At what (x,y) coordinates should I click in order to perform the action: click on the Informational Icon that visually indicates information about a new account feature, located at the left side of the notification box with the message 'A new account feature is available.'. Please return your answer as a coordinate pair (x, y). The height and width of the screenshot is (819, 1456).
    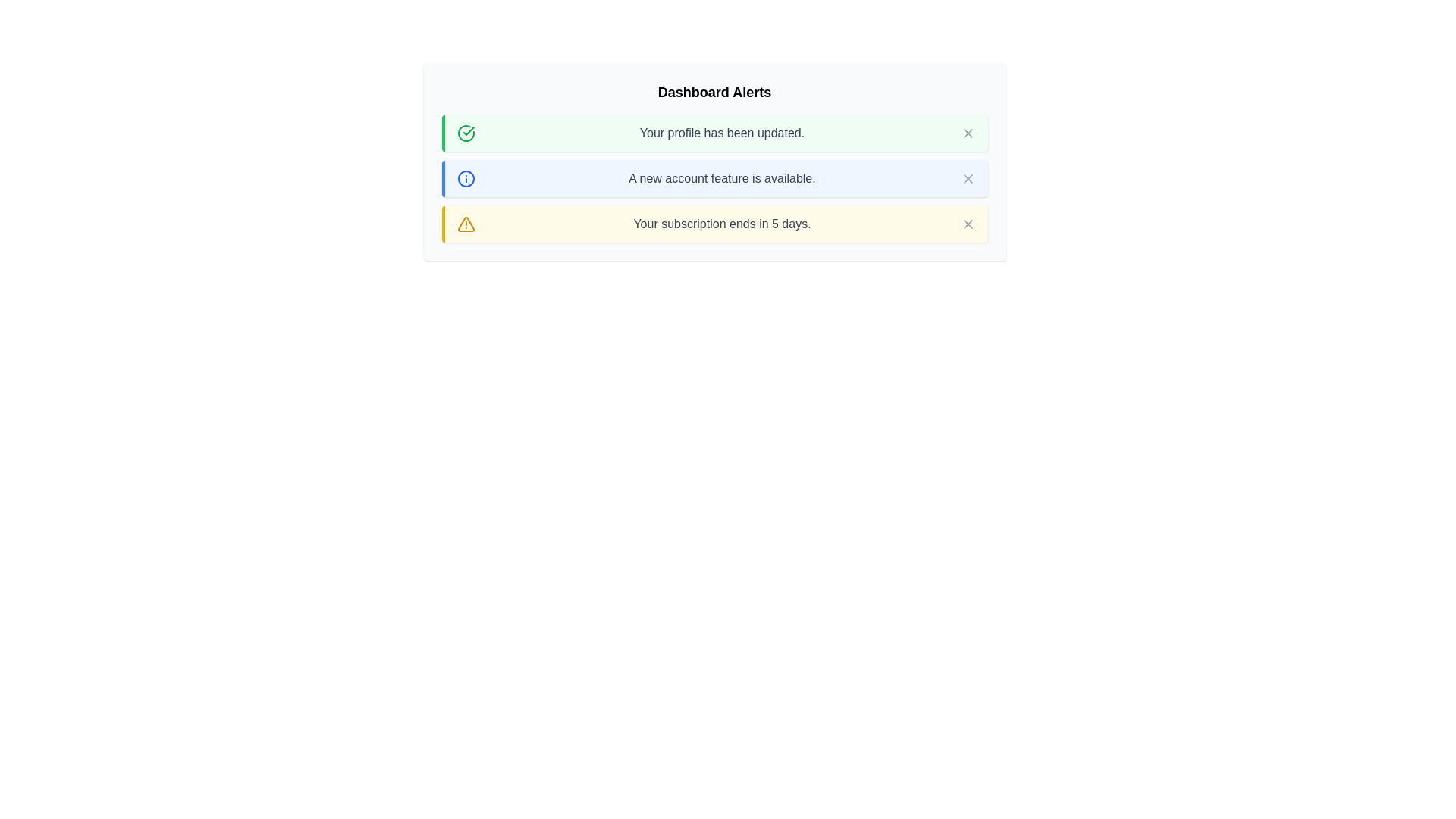
    Looking at the image, I should click on (465, 177).